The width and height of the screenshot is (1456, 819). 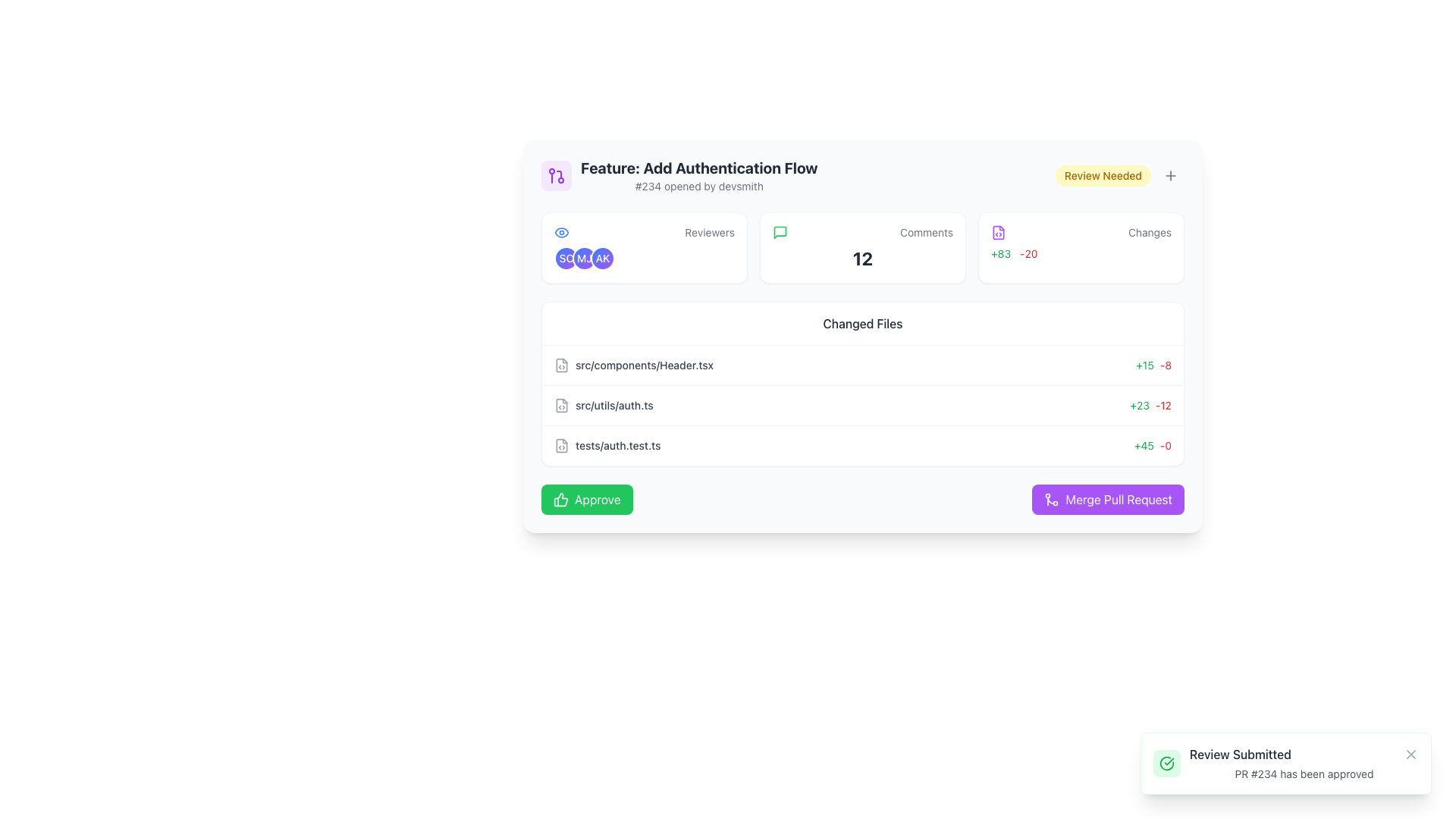 I want to click on the text label displaying information about issue #234 created by devsmith, which is centrally aligned below the heading 'Feature: Add Authentication Flow', so click(x=698, y=186).